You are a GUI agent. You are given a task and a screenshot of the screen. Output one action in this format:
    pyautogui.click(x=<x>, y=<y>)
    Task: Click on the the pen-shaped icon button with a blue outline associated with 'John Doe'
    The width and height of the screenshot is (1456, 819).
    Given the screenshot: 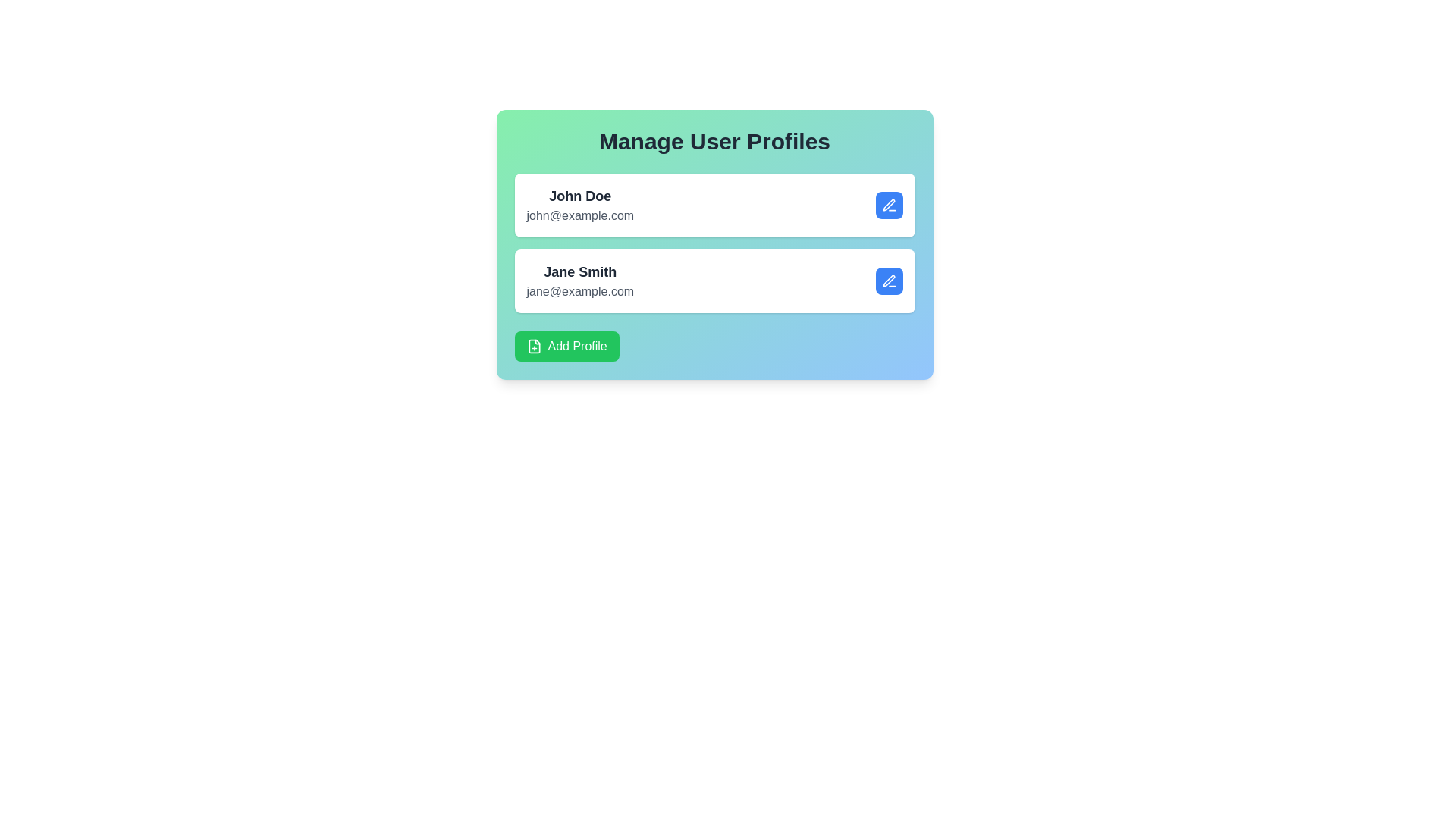 What is the action you would take?
    pyautogui.click(x=889, y=205)
    